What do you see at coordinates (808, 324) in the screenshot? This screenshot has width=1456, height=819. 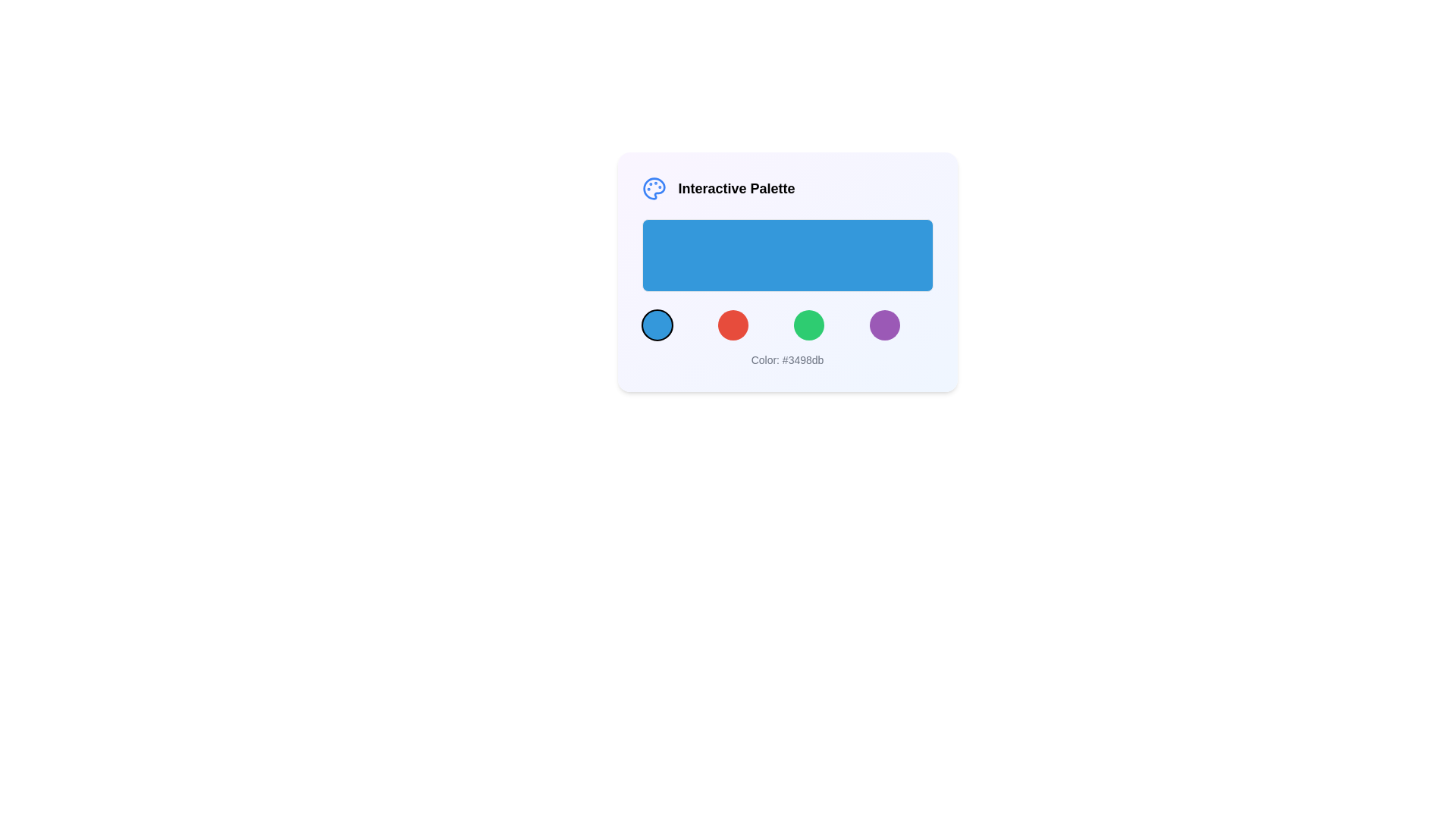 I see `the green circular button located in a grid layout, which is the third button in a row of four, below a blue rectangle` at bounding box center [808, 324].